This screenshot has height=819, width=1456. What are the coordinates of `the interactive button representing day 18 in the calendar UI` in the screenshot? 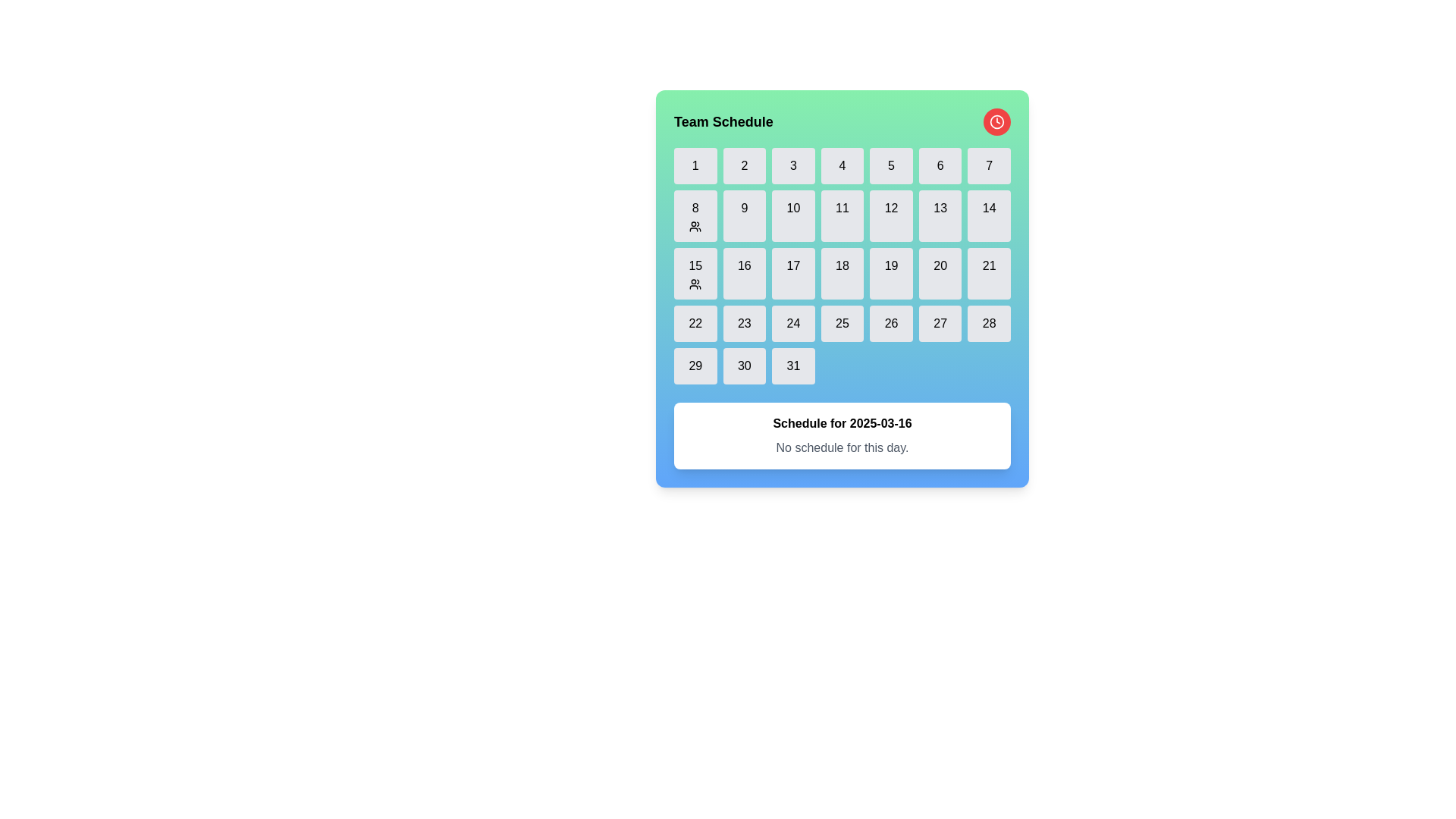 It's located at (841, 274).